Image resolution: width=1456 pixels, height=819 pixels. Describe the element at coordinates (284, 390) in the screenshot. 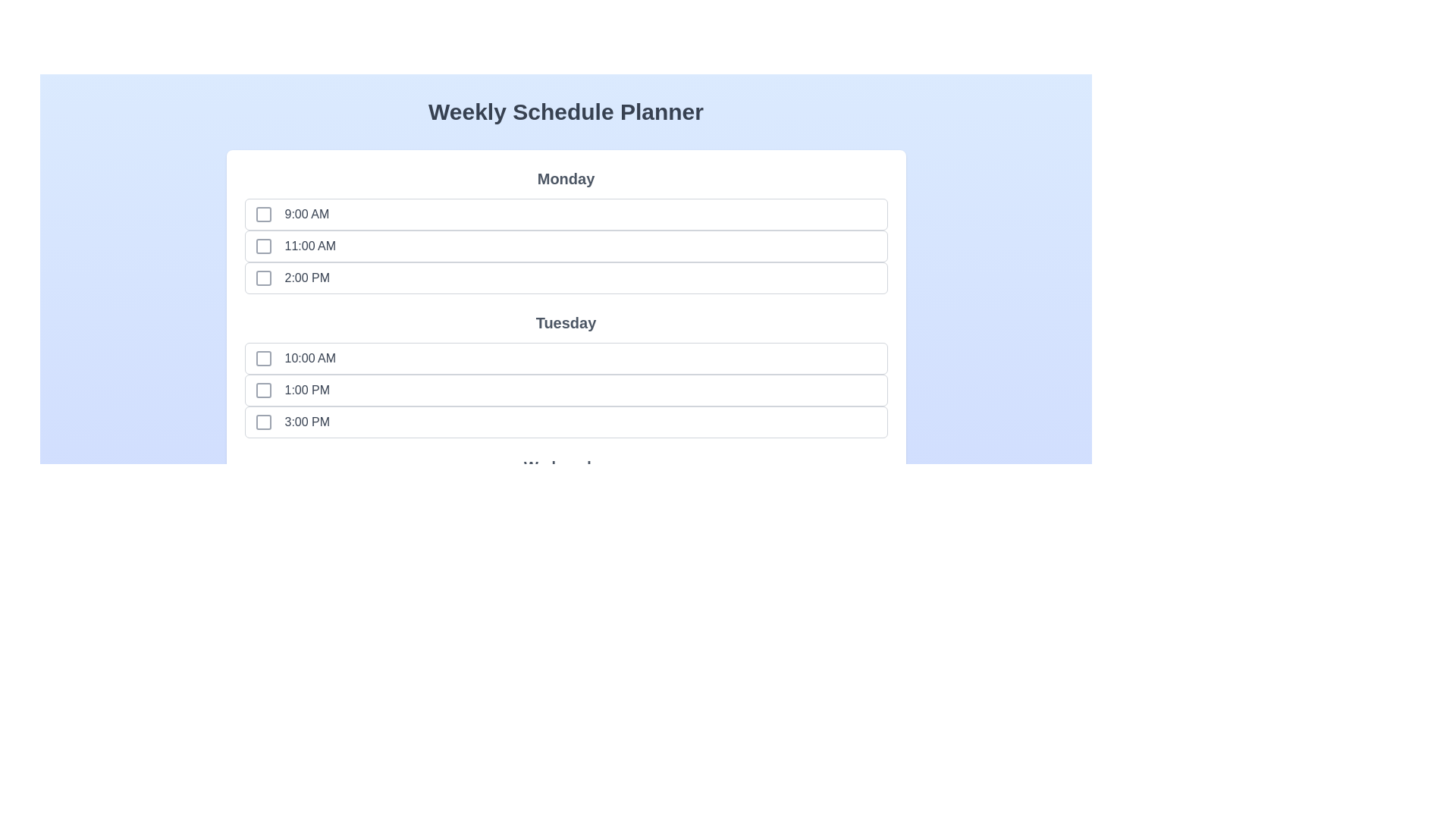

I see `the time slot labeled 1:00 PM to observe the hover effect` at that location.